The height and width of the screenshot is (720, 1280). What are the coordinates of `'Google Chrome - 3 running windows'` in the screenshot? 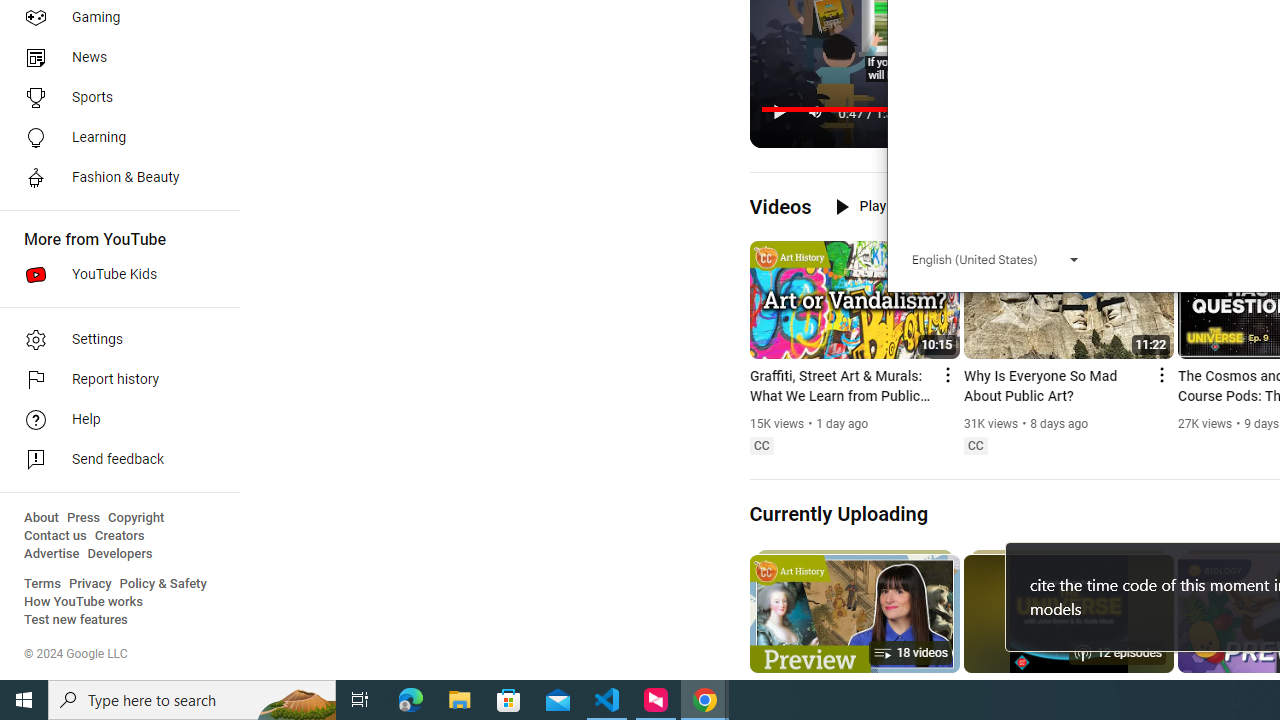 It's located at (705, 698).